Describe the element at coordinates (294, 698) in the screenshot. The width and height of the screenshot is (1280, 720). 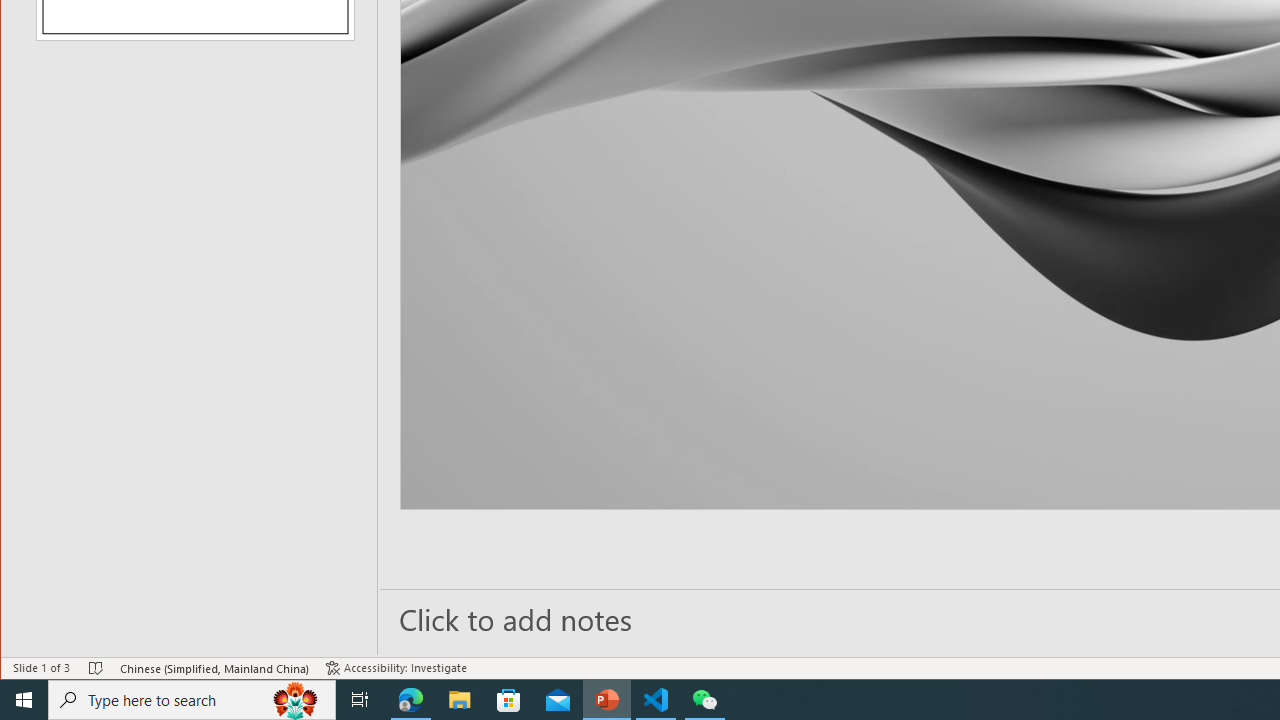
I see `'Search highlights icon opens search home window'` at that location.